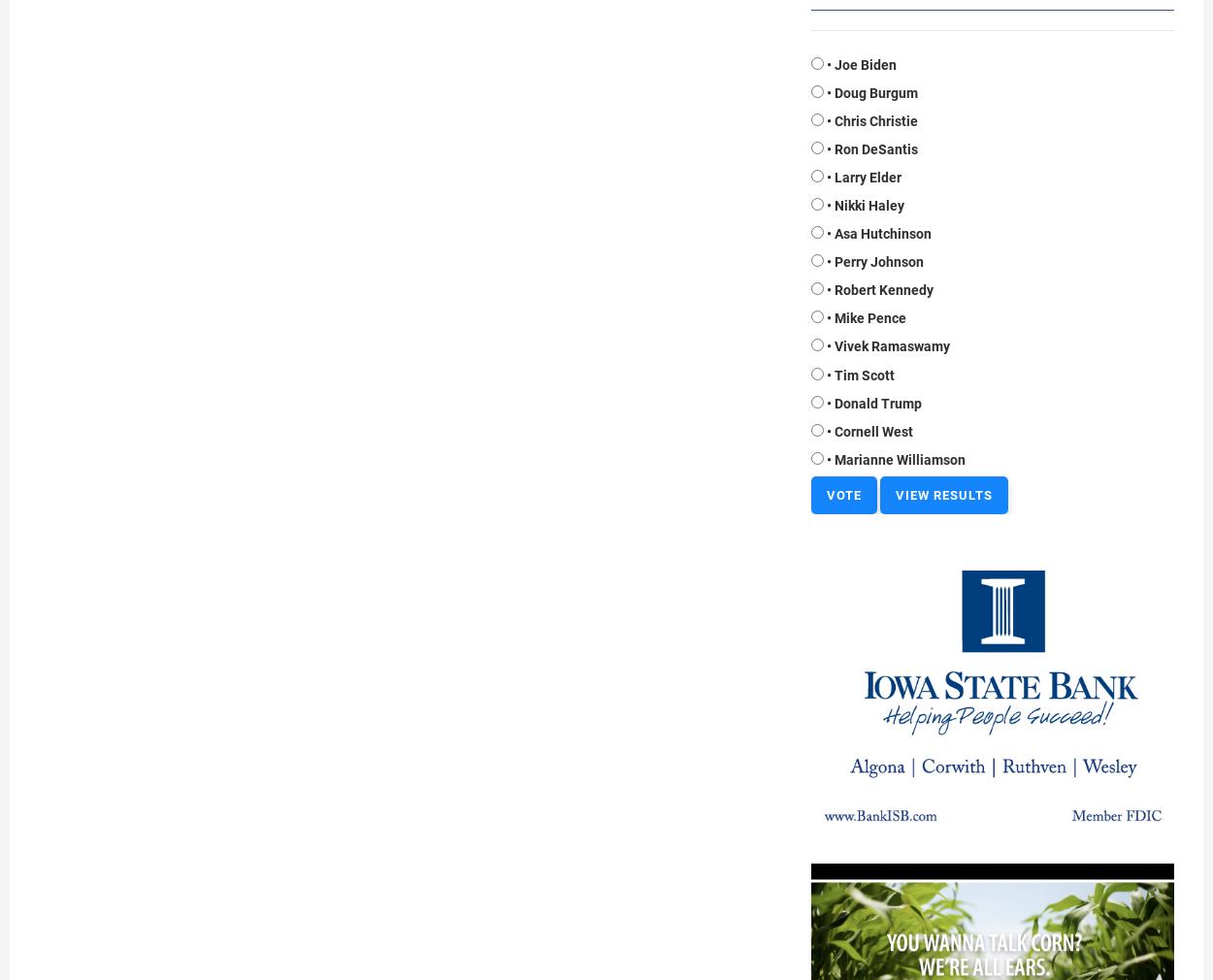 The width and height of the screenshot is (1213, 980). I want to click on '• Robert Kennedy', so click(880, 289).